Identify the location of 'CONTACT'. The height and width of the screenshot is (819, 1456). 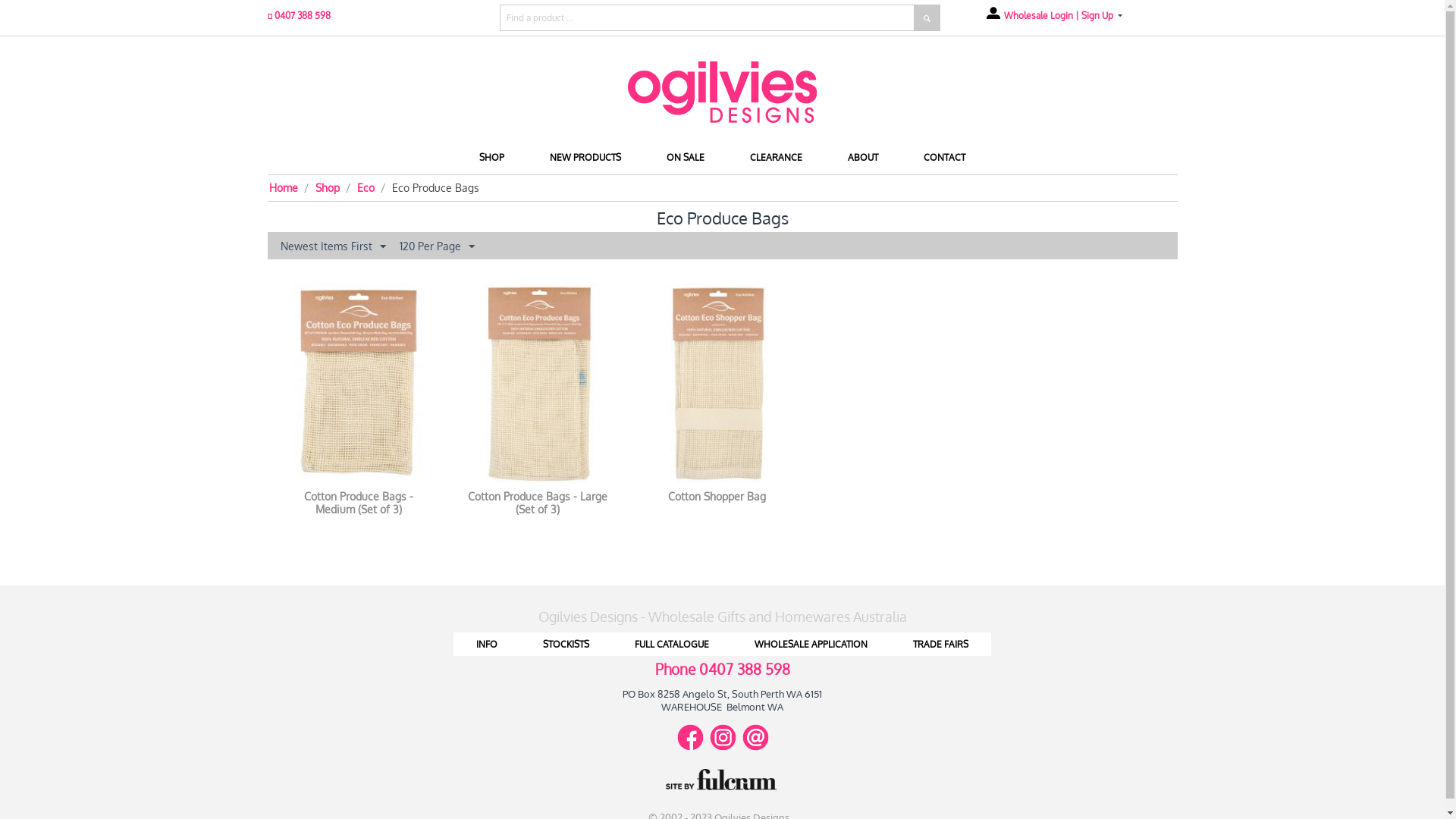
(943, 157).